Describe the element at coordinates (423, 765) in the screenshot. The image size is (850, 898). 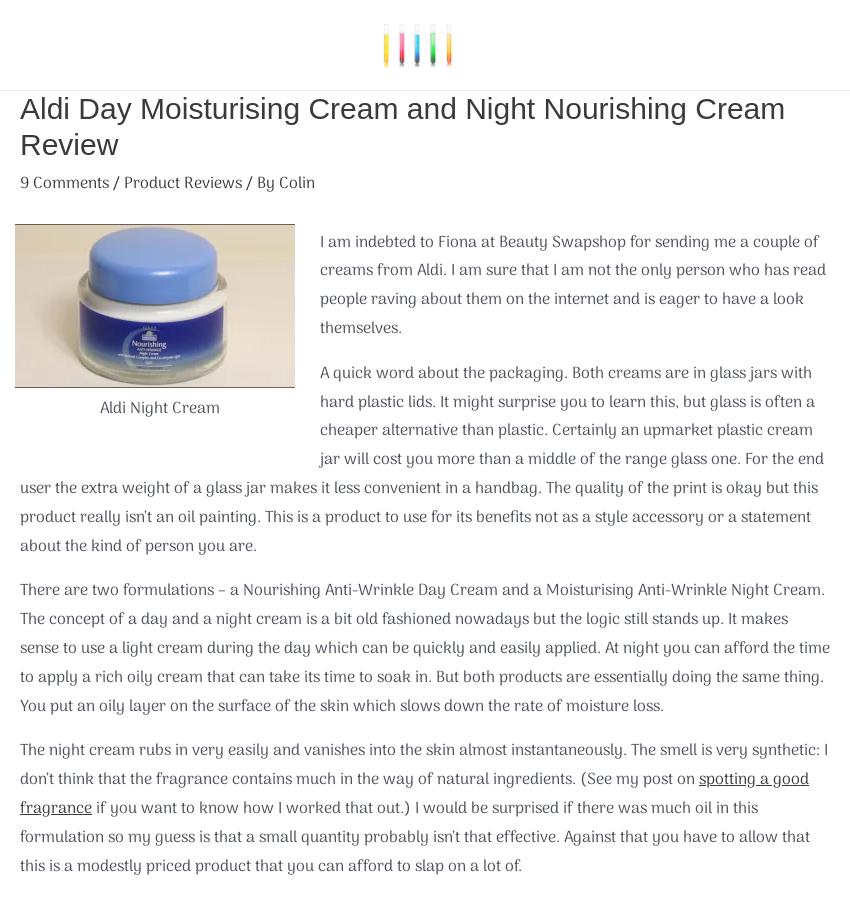
I see `'The night cream rubs in very easily and vanishes into the skin almost instantaneously. The smell is very synthetic: I don’t think that the fragrance contains much in the way of natural ingredients. (See my post on'` at that location.